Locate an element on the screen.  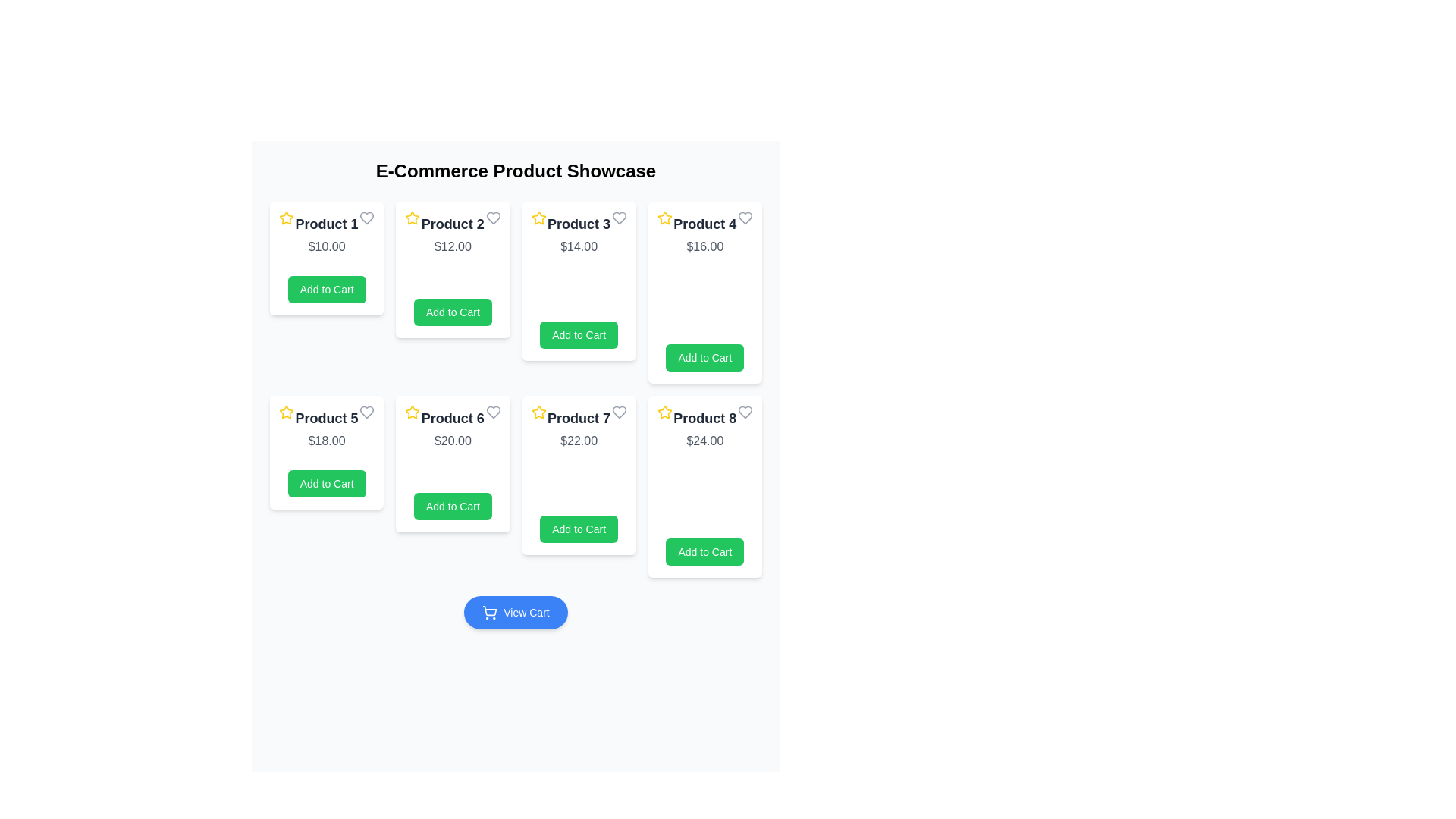
the Text display that shows the price for 'Product 3', located in the third product card, below its title and above the 'Add to Cart' button is located at coordinates (578, 246).